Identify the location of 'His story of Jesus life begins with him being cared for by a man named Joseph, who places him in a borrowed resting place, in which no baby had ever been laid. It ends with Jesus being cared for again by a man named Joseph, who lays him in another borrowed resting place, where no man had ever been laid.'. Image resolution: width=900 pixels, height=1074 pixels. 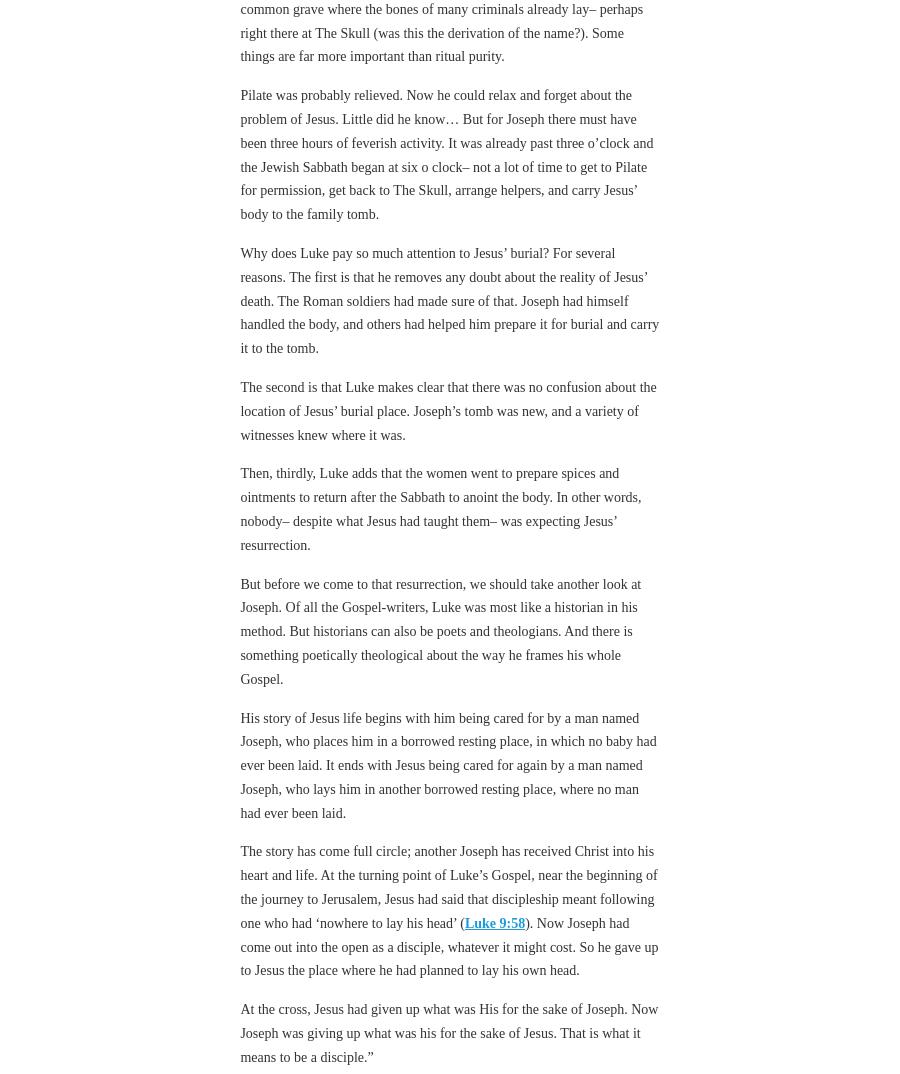
(239, 764).